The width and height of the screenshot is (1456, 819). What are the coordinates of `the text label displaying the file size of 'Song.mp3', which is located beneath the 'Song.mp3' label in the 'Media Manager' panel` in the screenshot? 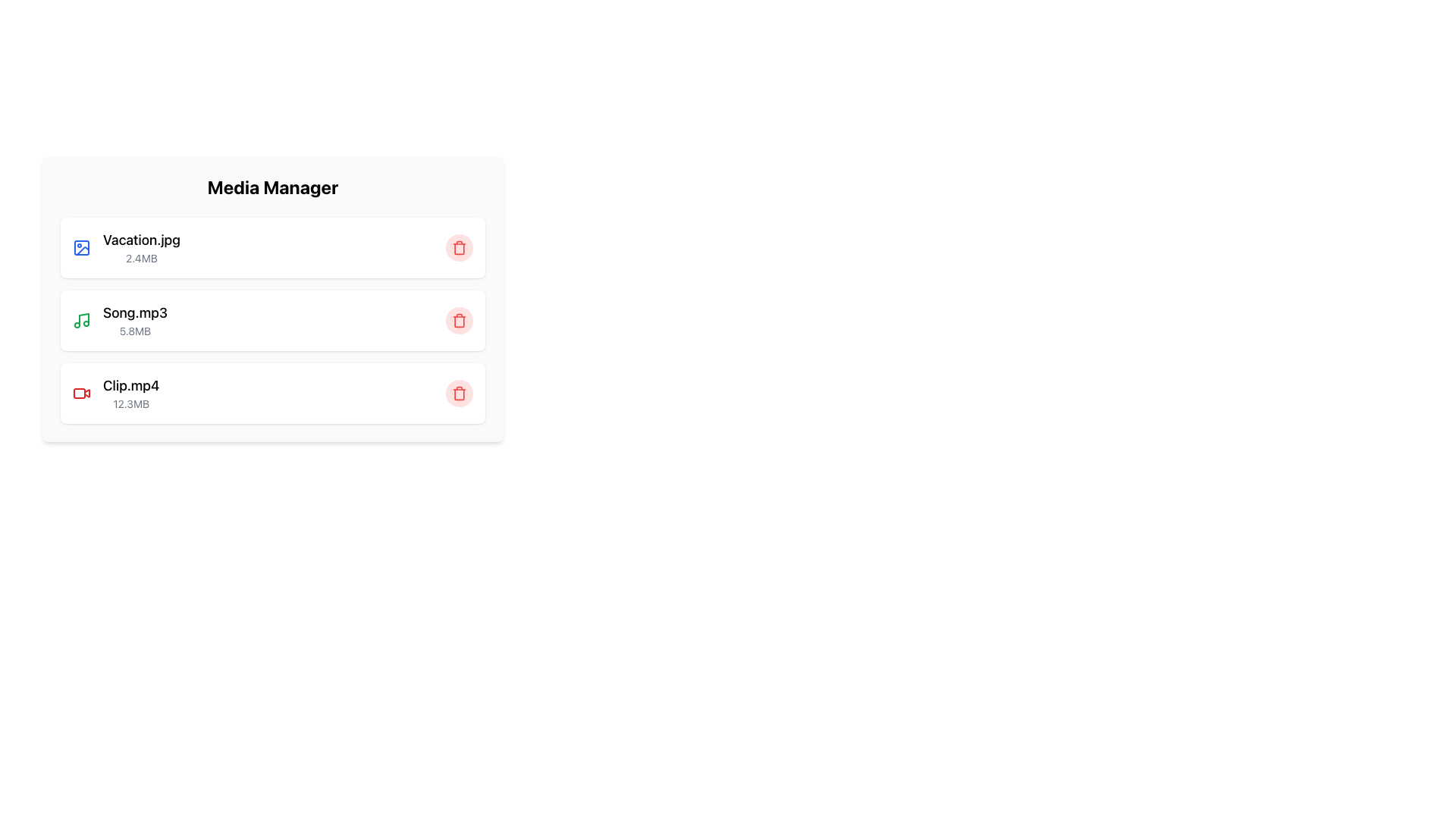 It's located at (135, 330).